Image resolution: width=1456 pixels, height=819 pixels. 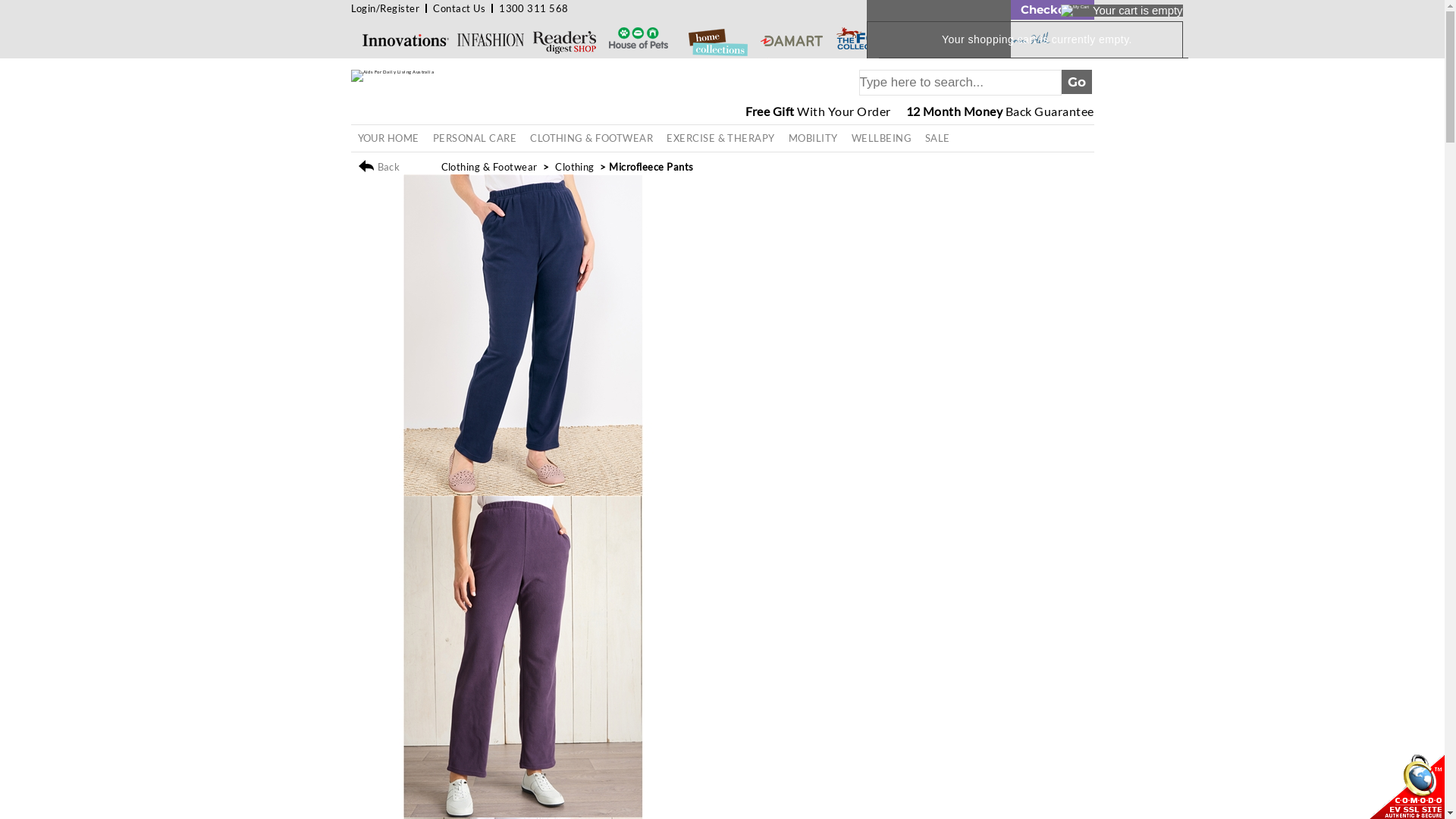 I want to click on 'YOUR HOME', so click(x=388, y=138).